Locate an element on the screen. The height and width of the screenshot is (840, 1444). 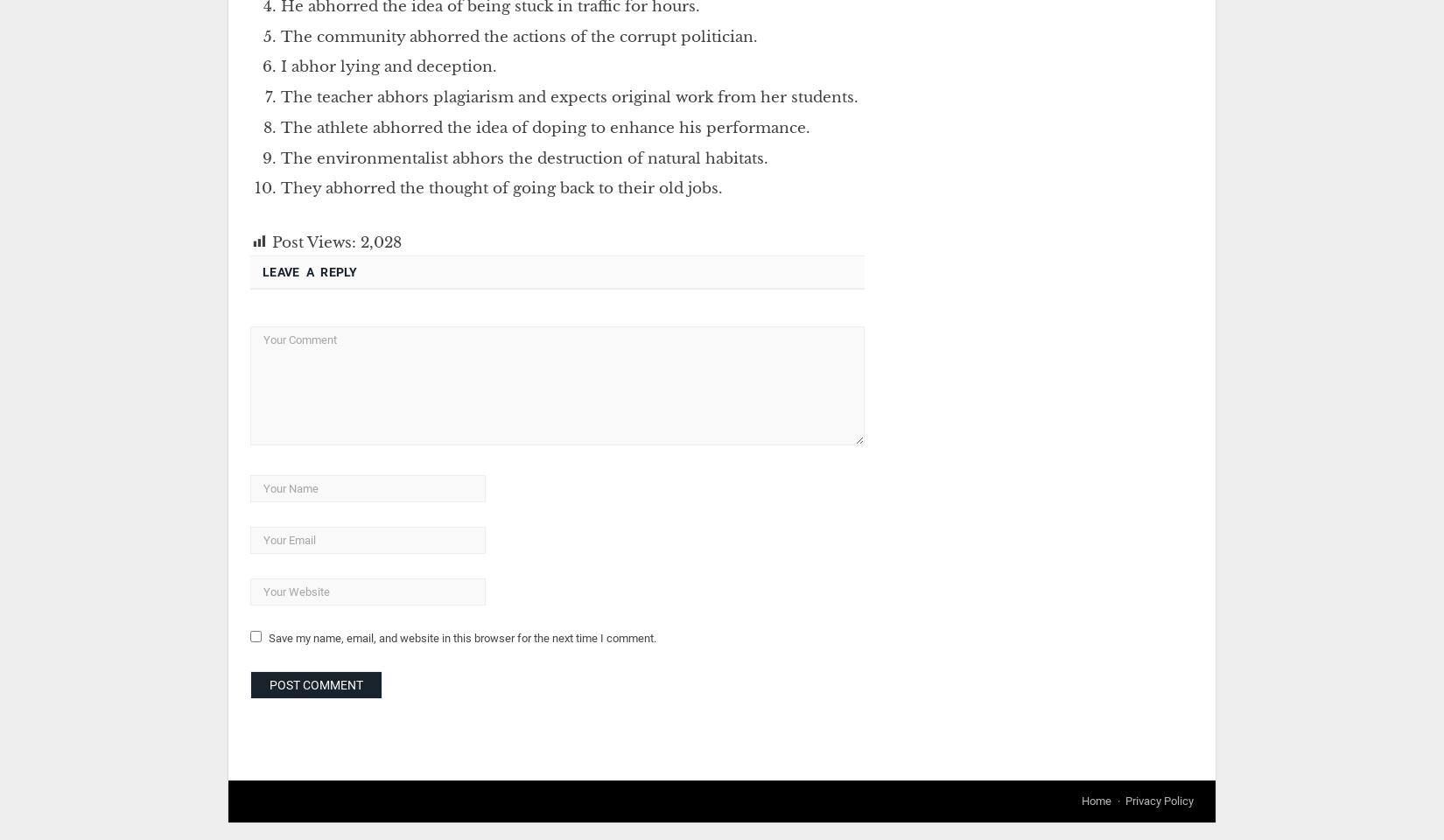
'They abhorred the thought of going back to their old jobs.' is located at coordinates (501, 188).